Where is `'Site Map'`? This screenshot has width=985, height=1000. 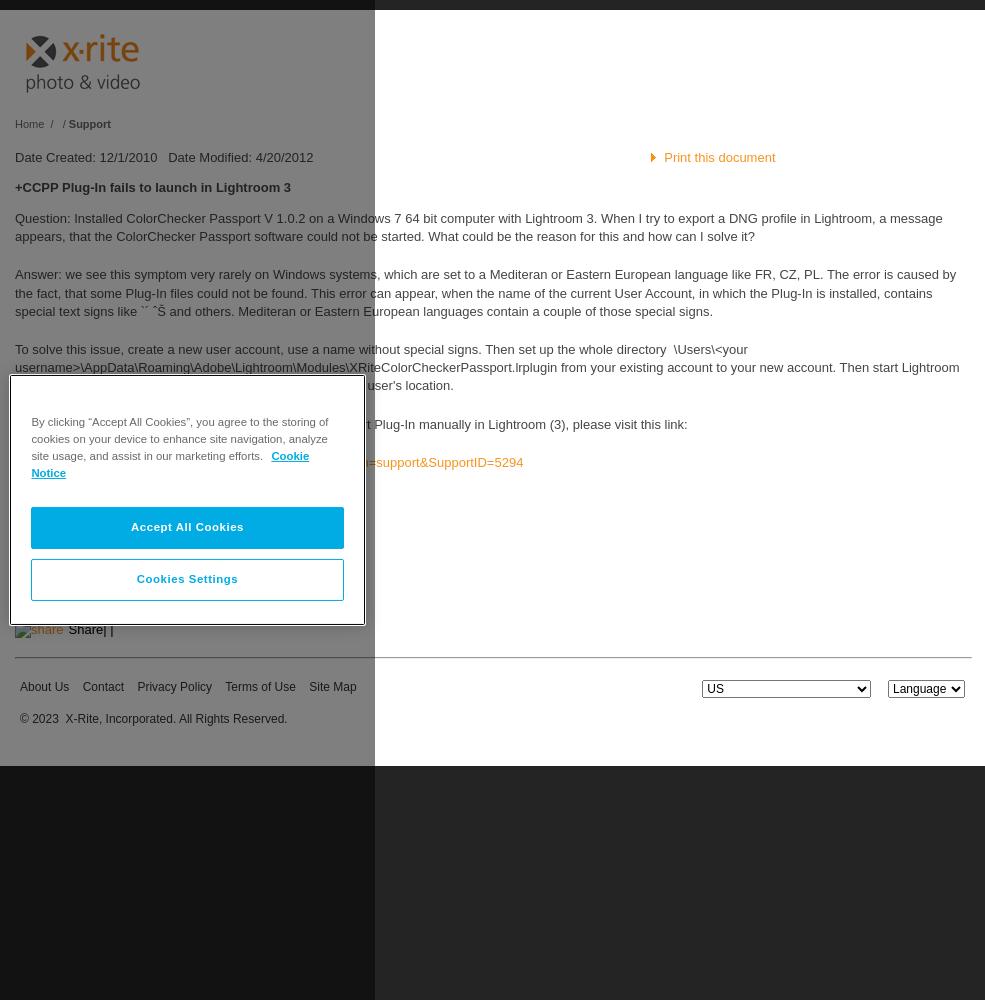 'Site Map' is located at coordinates (332, 687).